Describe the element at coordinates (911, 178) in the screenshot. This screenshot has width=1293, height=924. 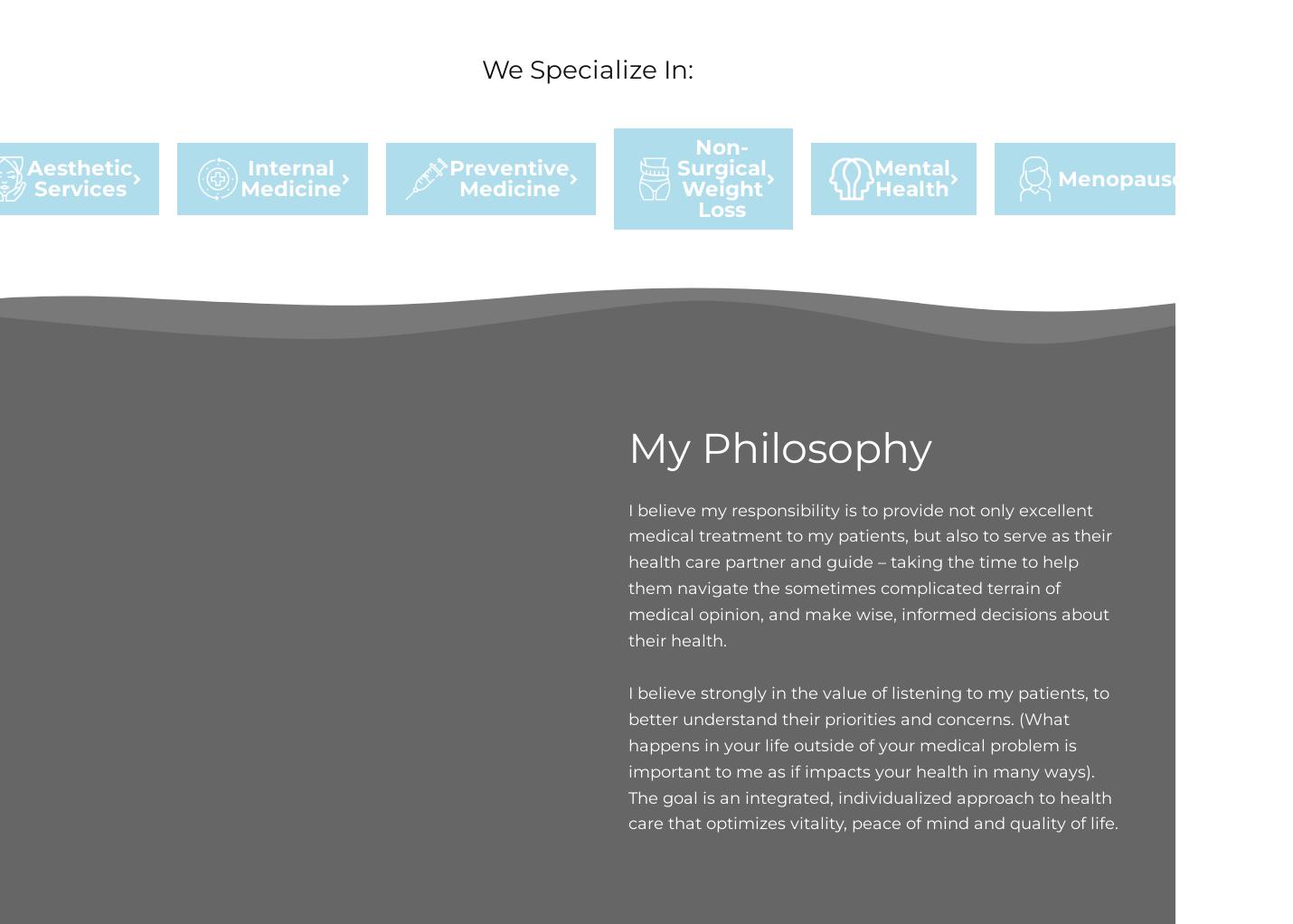
I see `'Mental Health'` at that location.